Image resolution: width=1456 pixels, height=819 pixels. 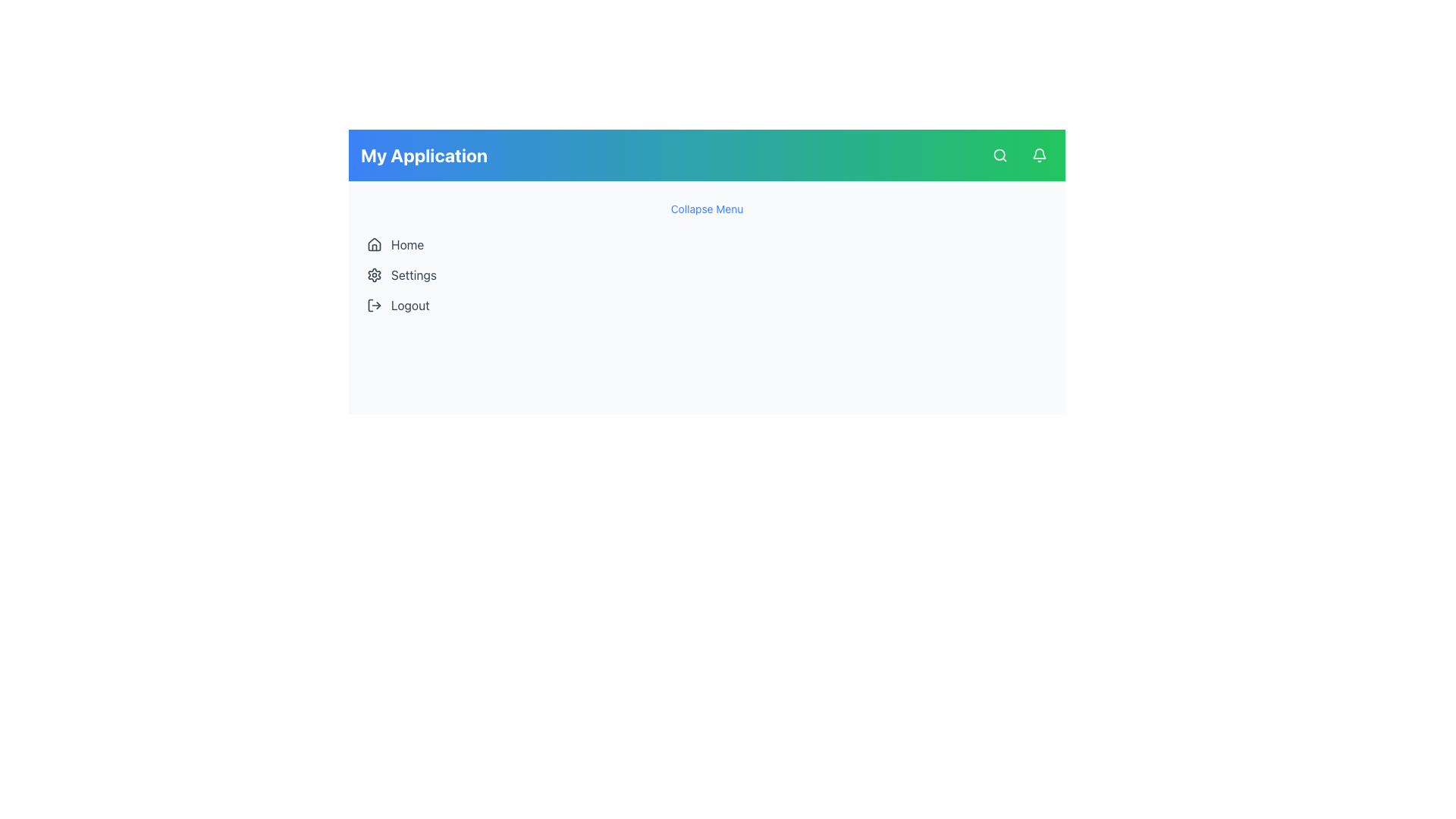 I want to click on the 'Home' navigation icon, which is the topmost icon in the vertical stack of navigation items, located to the left of the 'Home' text label, so click(x=375, y=243).